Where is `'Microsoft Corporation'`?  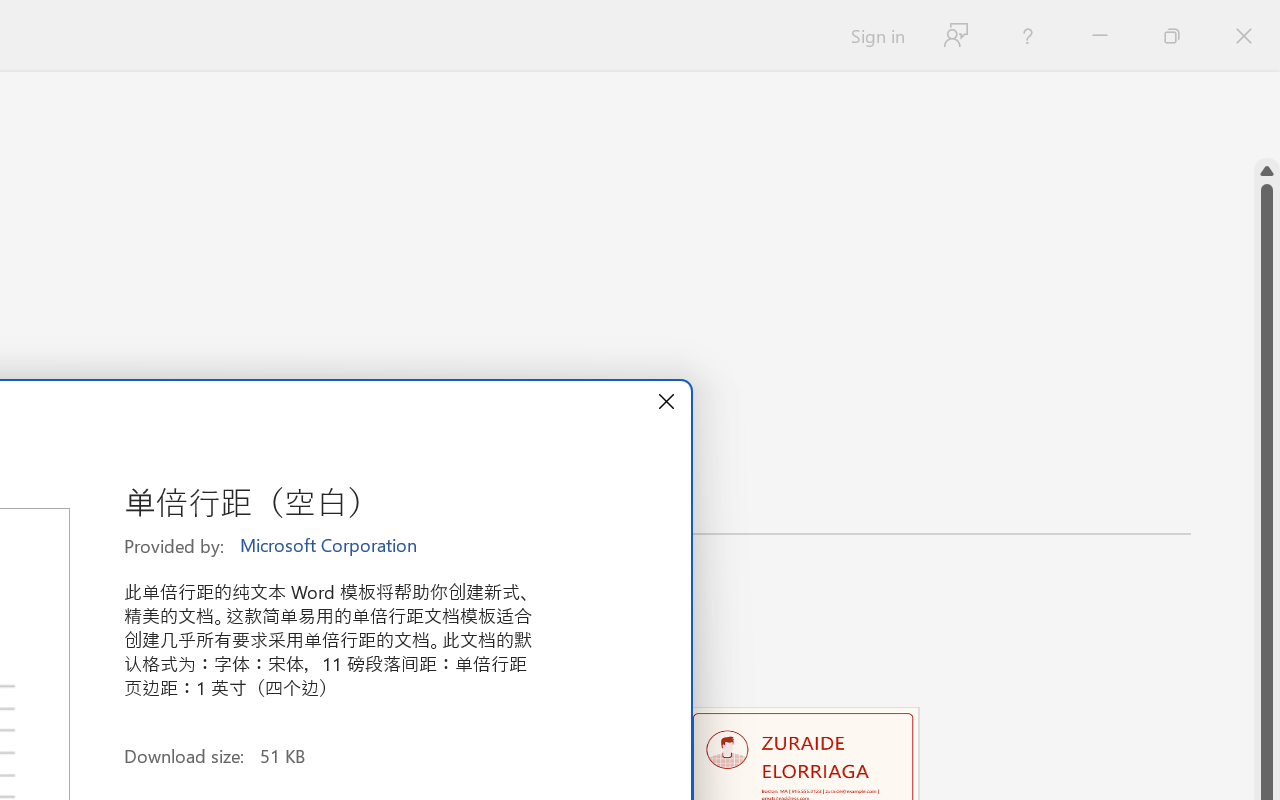
'Microsoft Corporation' is located at coordinates (330, 546).